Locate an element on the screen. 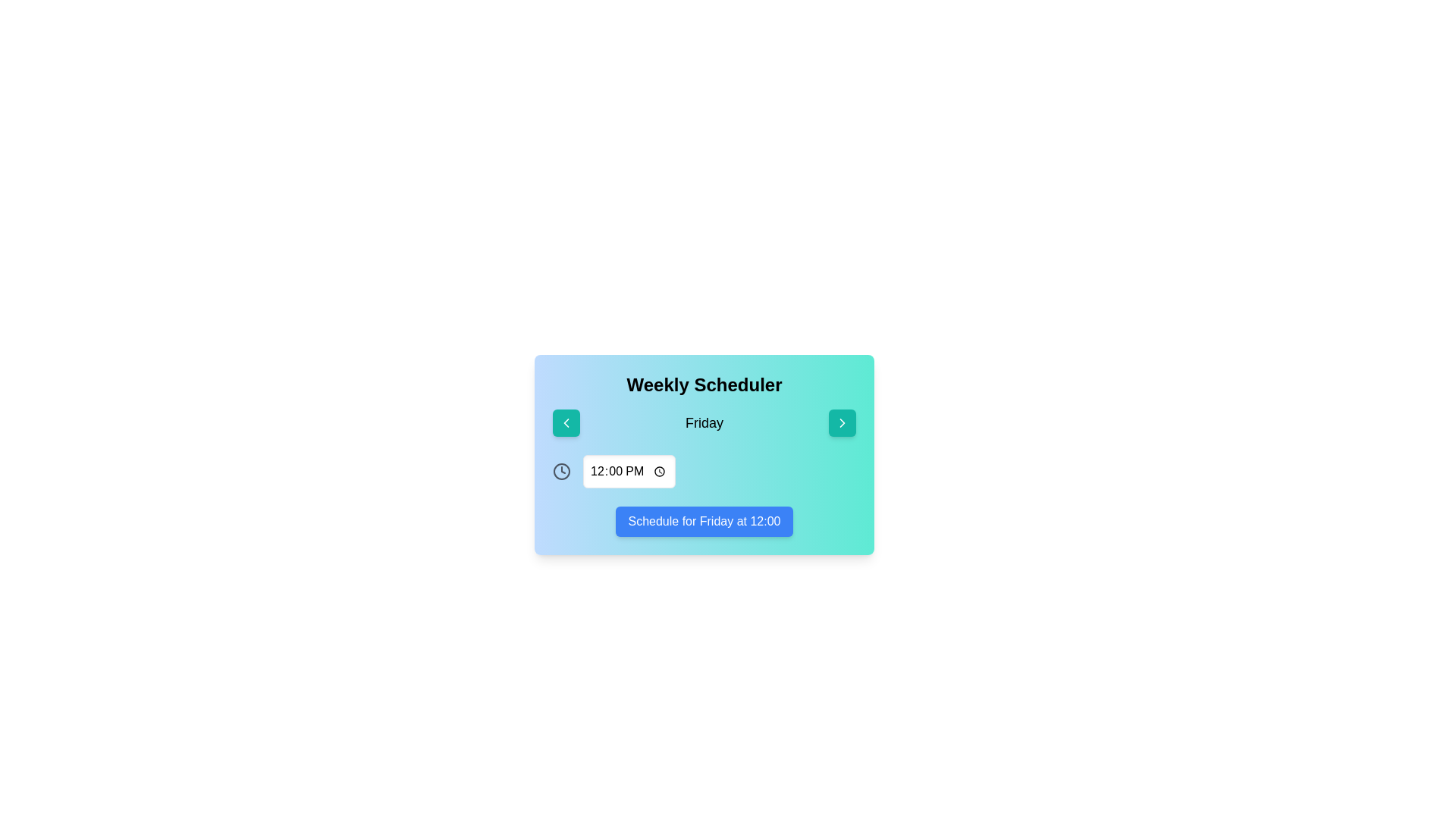 The image size is (1456, 819). the button for navigating to the previous day in the scheduling interface is located at coordinates (566, 423).